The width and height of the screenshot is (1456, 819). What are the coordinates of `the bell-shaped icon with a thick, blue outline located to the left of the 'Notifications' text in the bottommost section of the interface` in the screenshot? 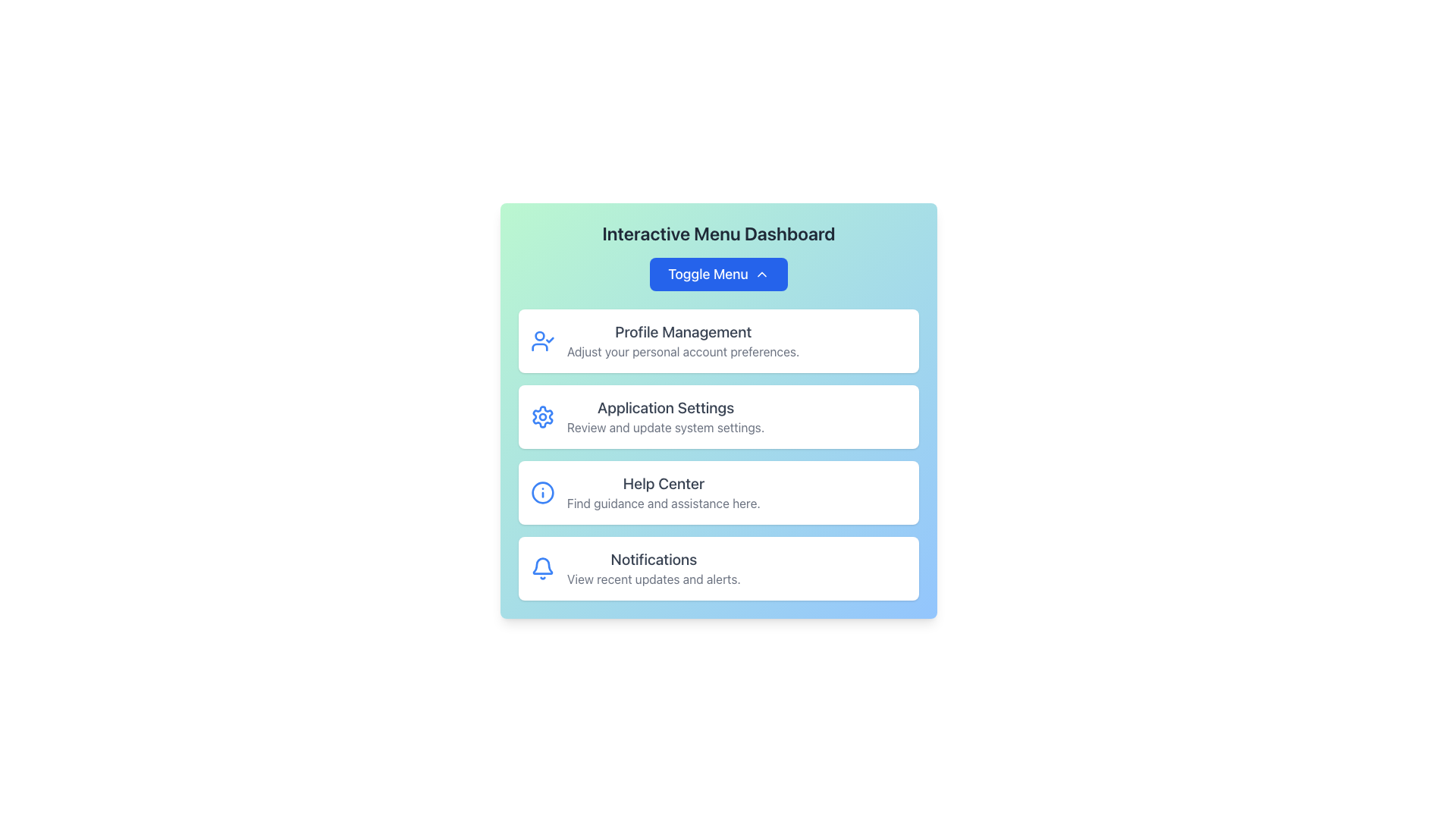 It's located at (542, 568).